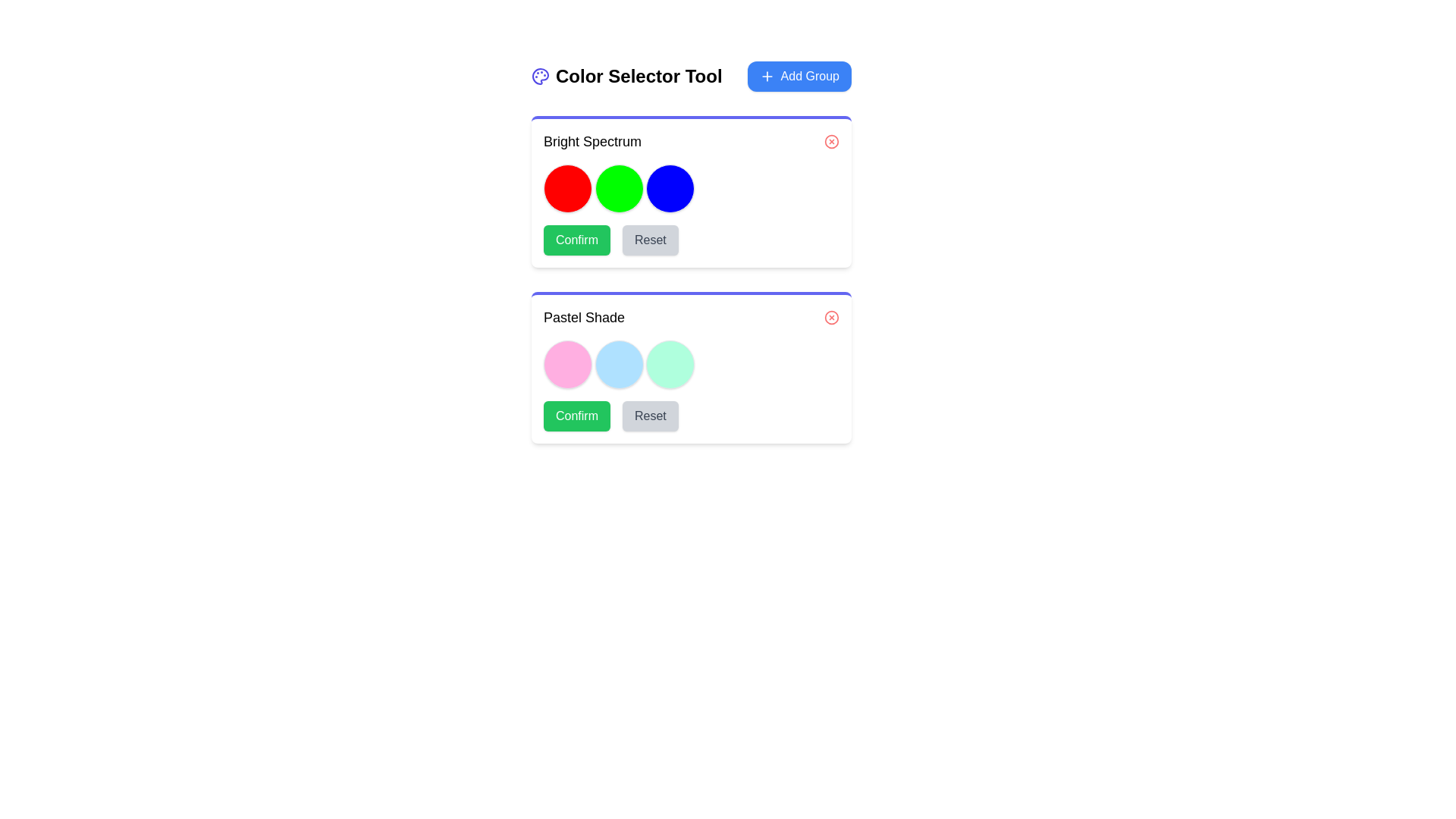  I want to click on text label 'Add Group' located inside the blue rounded rectangle button in the top-right section of the application interface, which is positioned to the right of the plus icon, so click(809, 76).